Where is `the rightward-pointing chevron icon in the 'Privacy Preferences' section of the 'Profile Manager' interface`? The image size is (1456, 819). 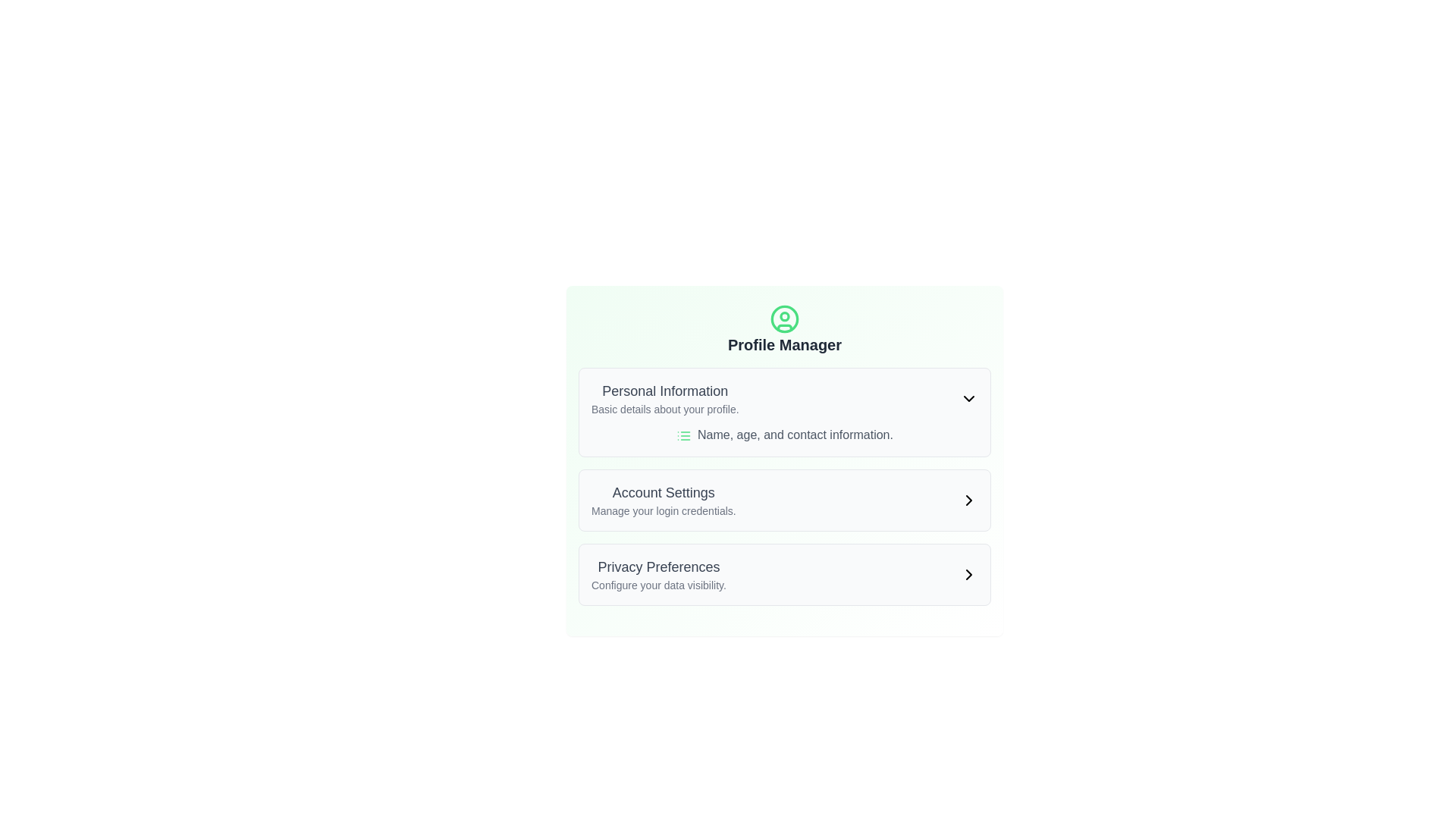 the rightward-pointing chevron icon in the 'Privacy Preferences' section of the 'Profile Manager' interface is located at coordinates (968, 575).